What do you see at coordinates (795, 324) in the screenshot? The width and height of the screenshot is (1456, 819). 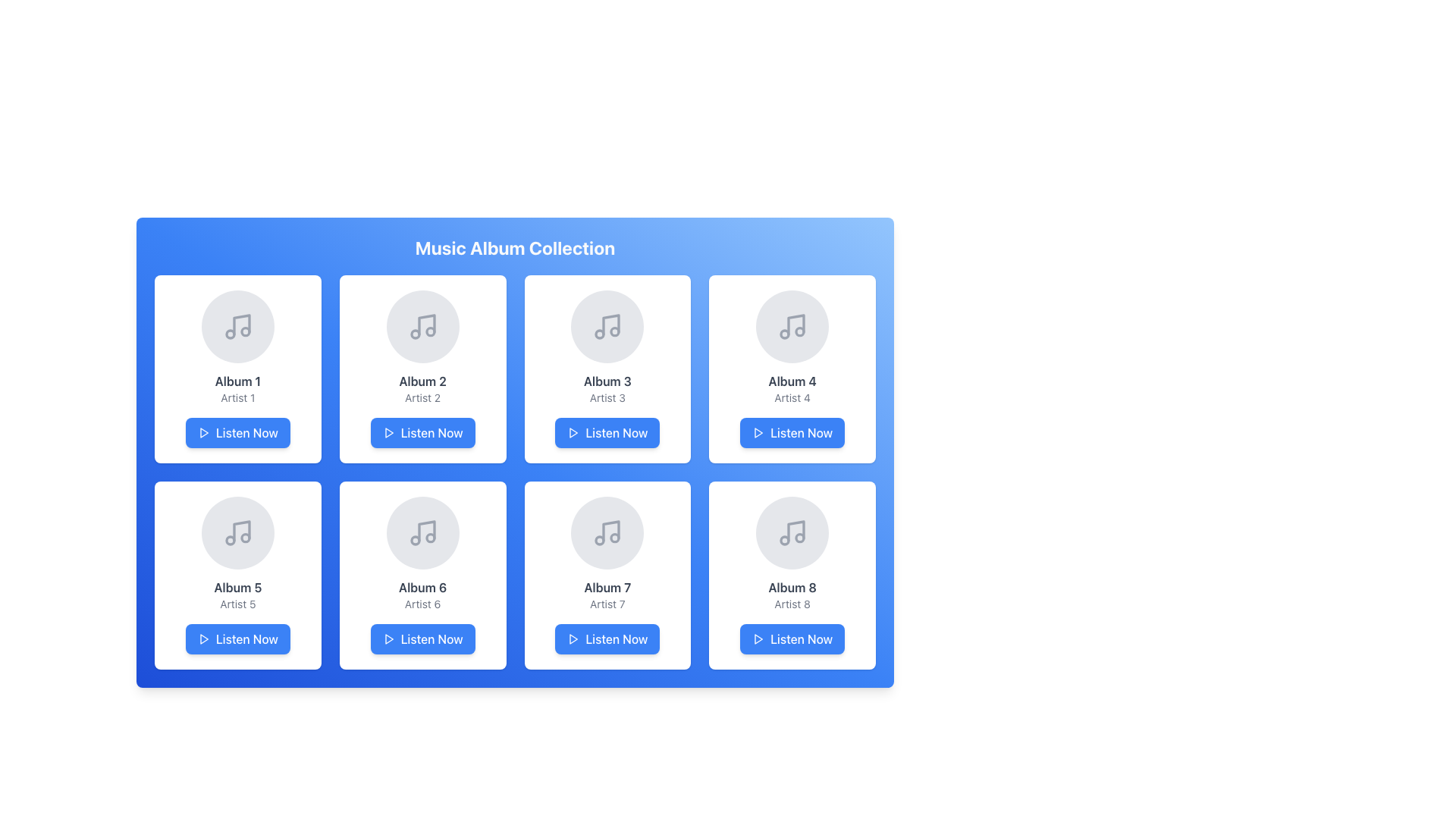 I see `the musical note icon within the fourth album card in the grid layout, located in the second row and second column of the grid` at bounding box center [795, 324].